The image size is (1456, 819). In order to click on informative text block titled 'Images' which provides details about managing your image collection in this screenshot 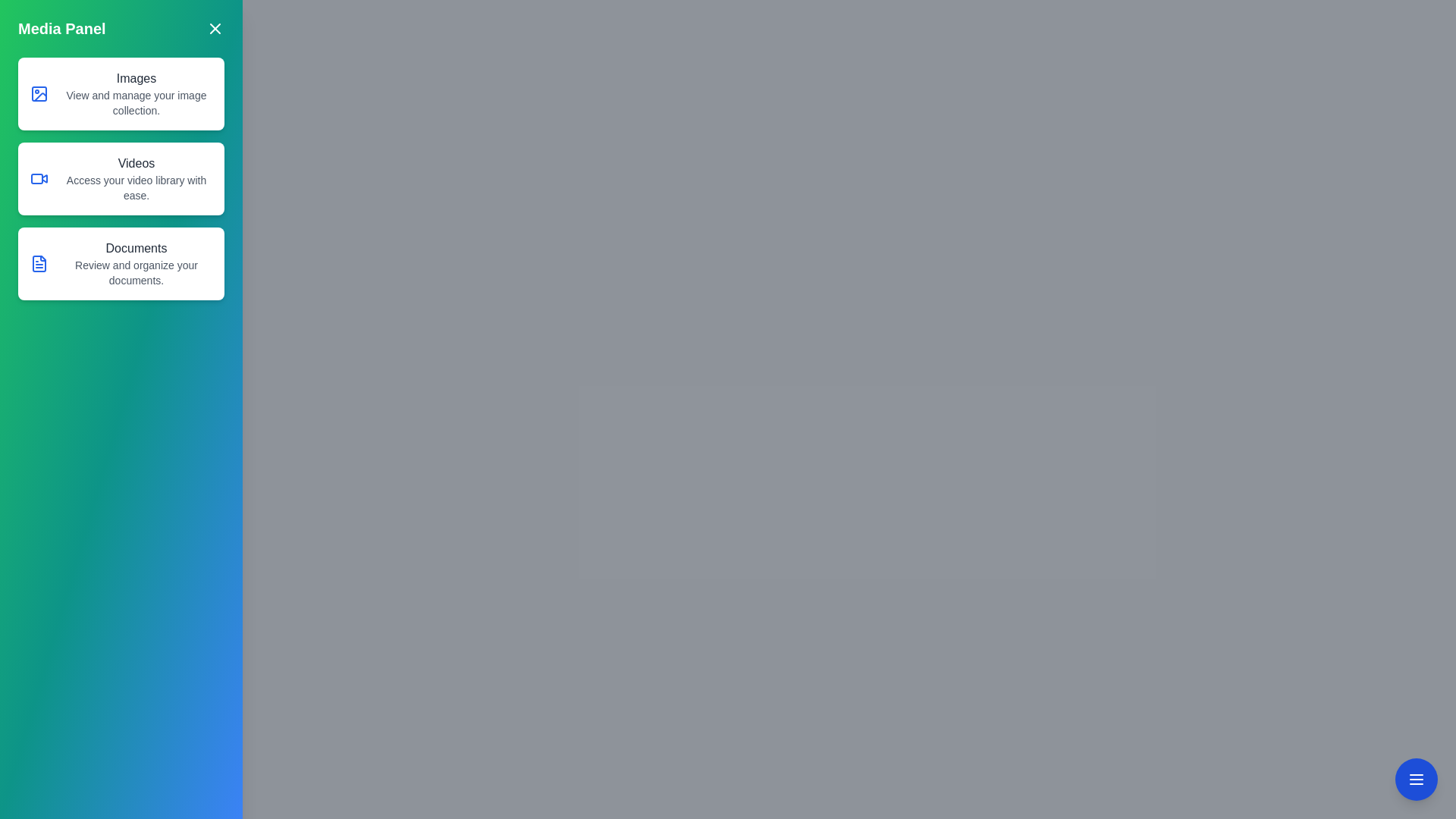, I will do `click(136, 93)`.